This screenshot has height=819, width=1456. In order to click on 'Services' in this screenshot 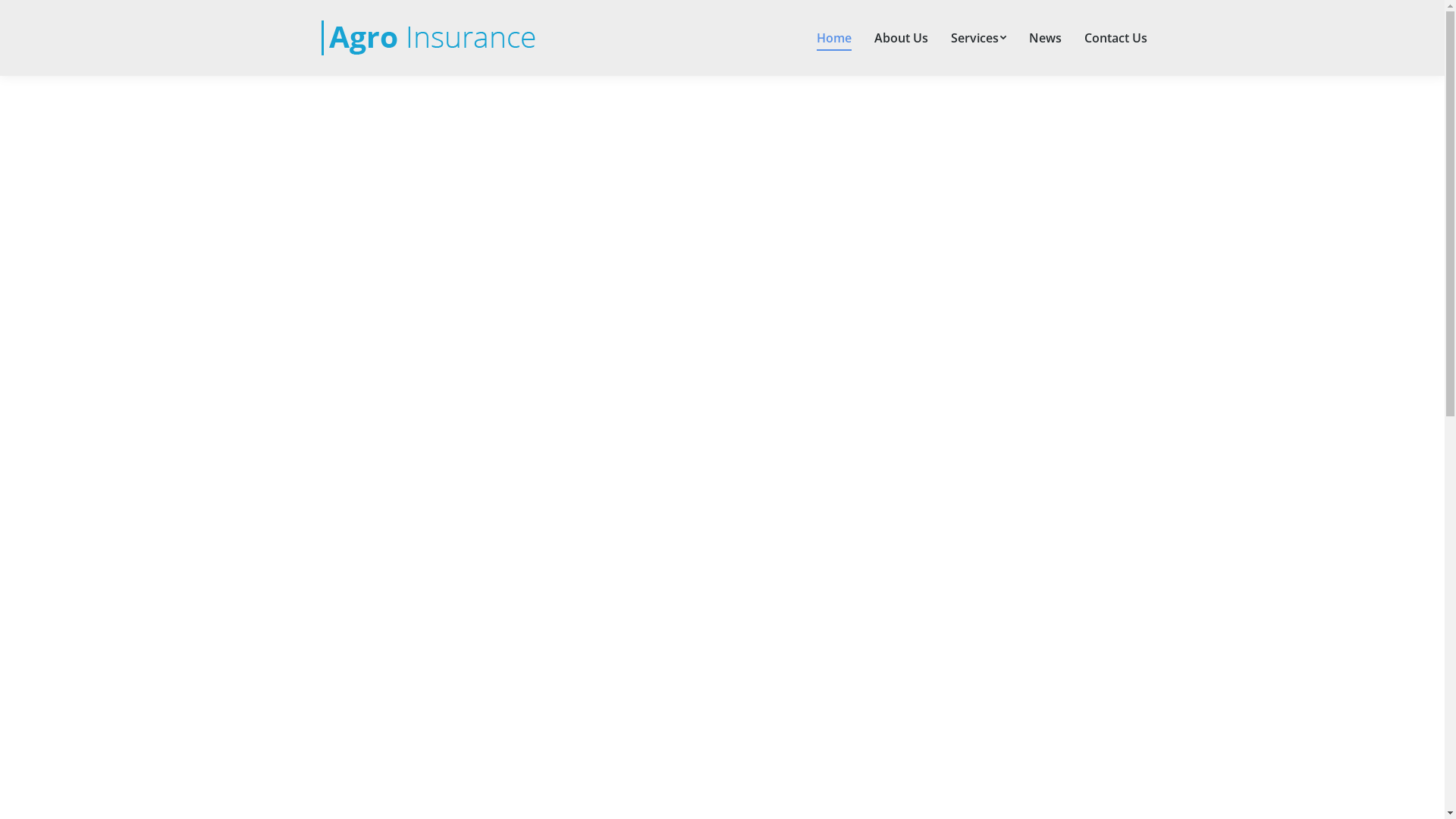, I will do `click(977, 37)`.